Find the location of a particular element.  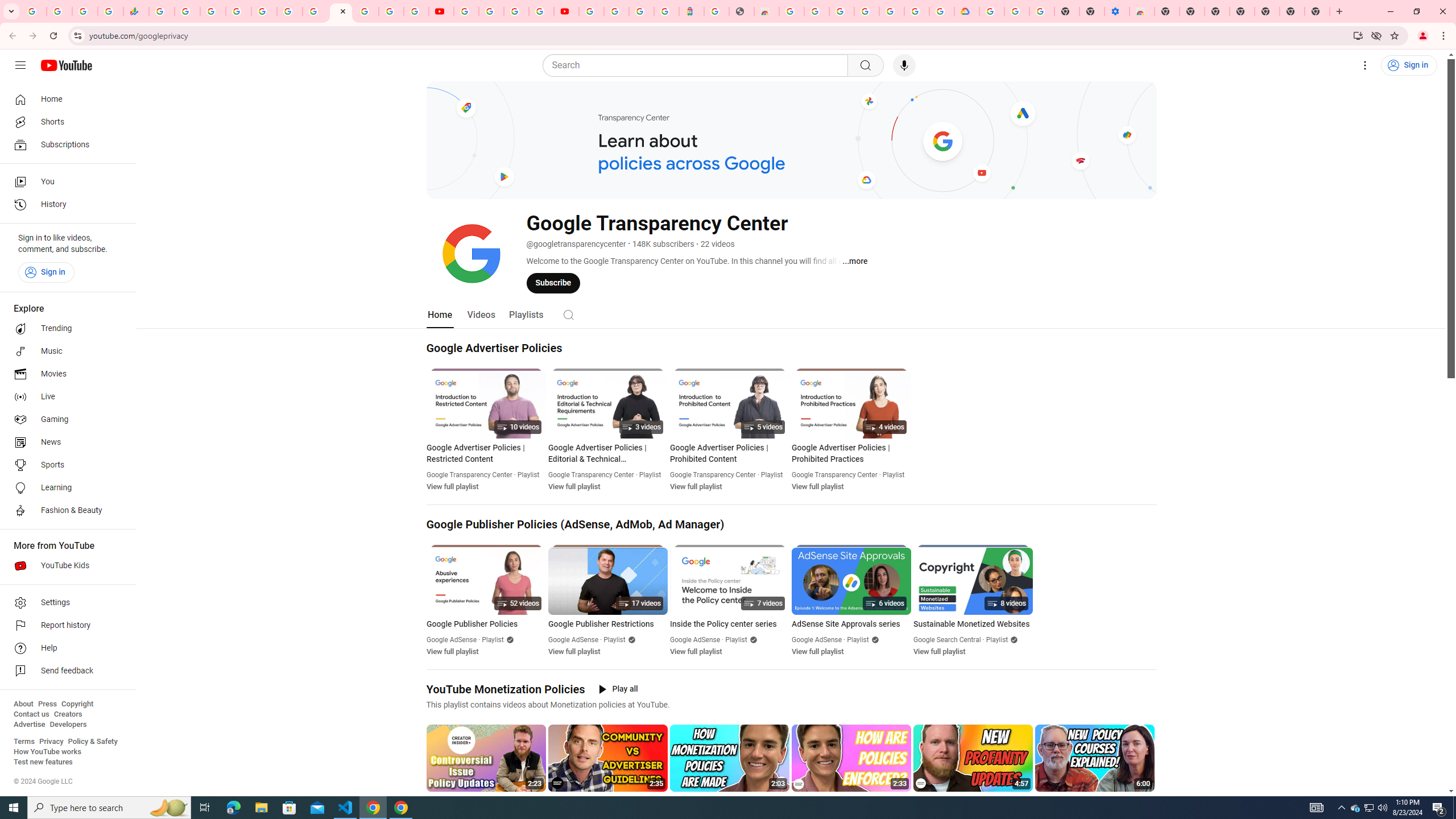

'Sports' is located at coordinates (64, 464).